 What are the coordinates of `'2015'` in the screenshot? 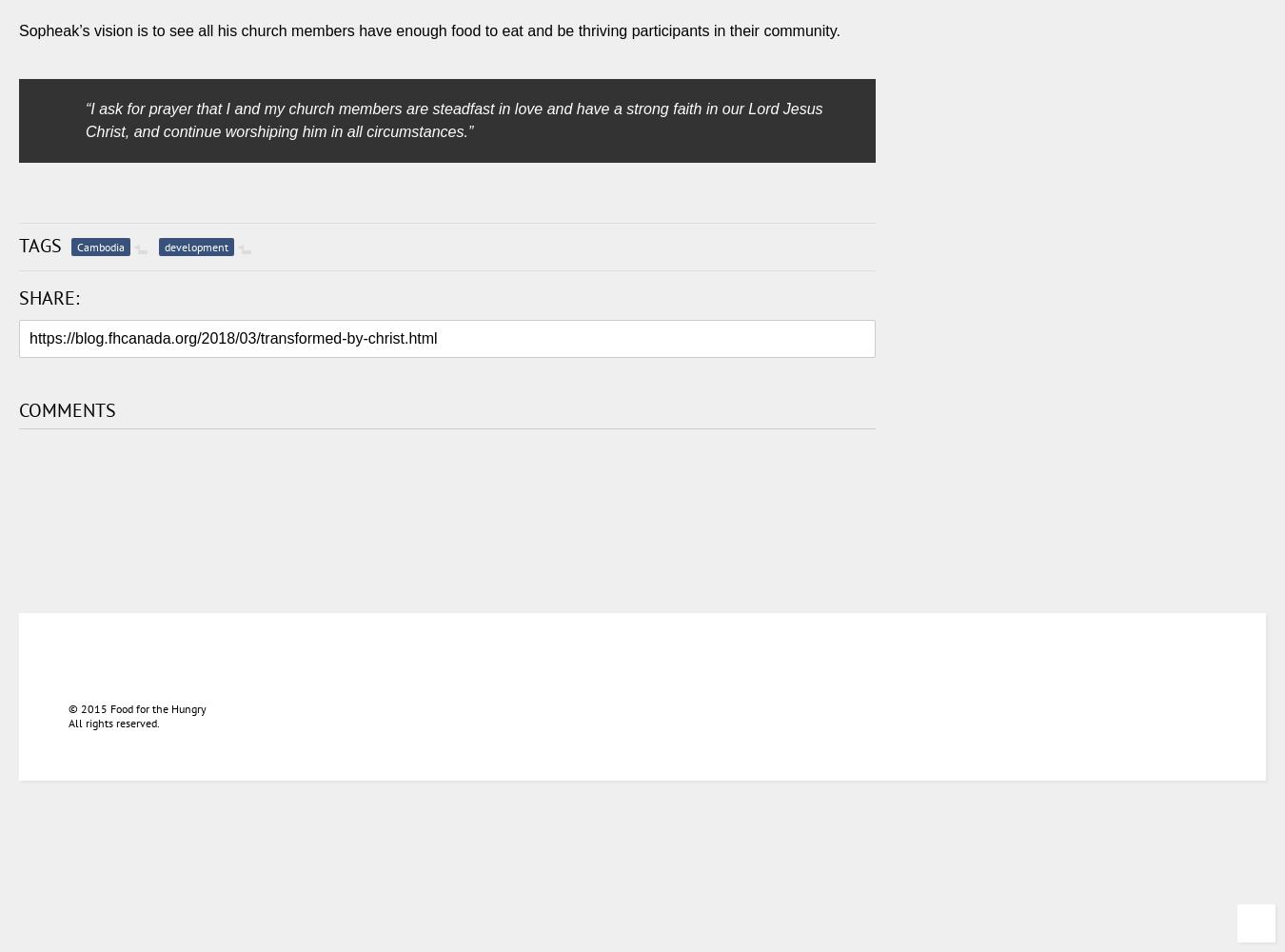 It's located at (92, 707).